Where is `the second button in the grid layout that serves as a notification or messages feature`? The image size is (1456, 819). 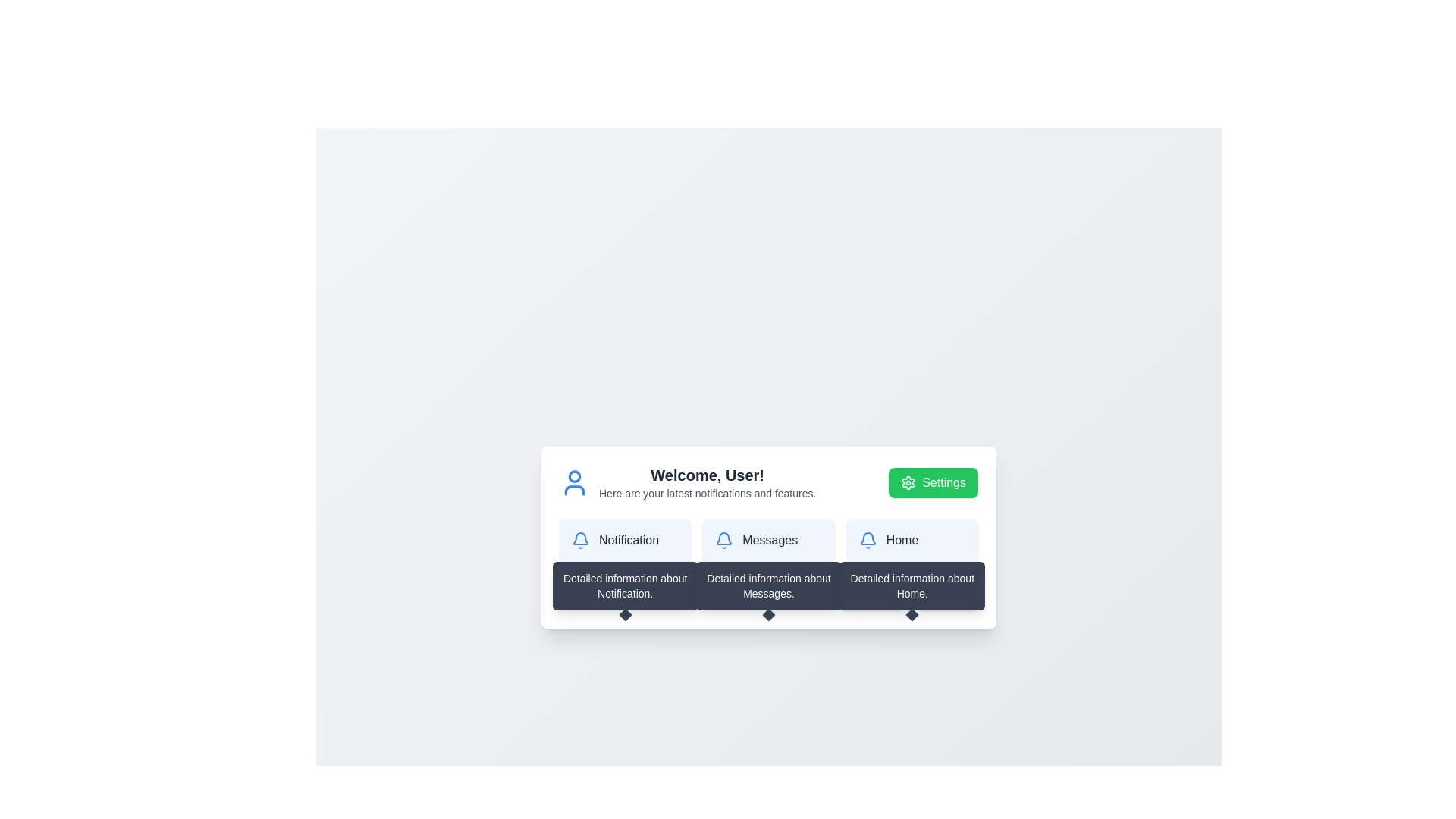 the second button in the grid layout that serves as a notification or messages feature is located at coordinates (768, 540).